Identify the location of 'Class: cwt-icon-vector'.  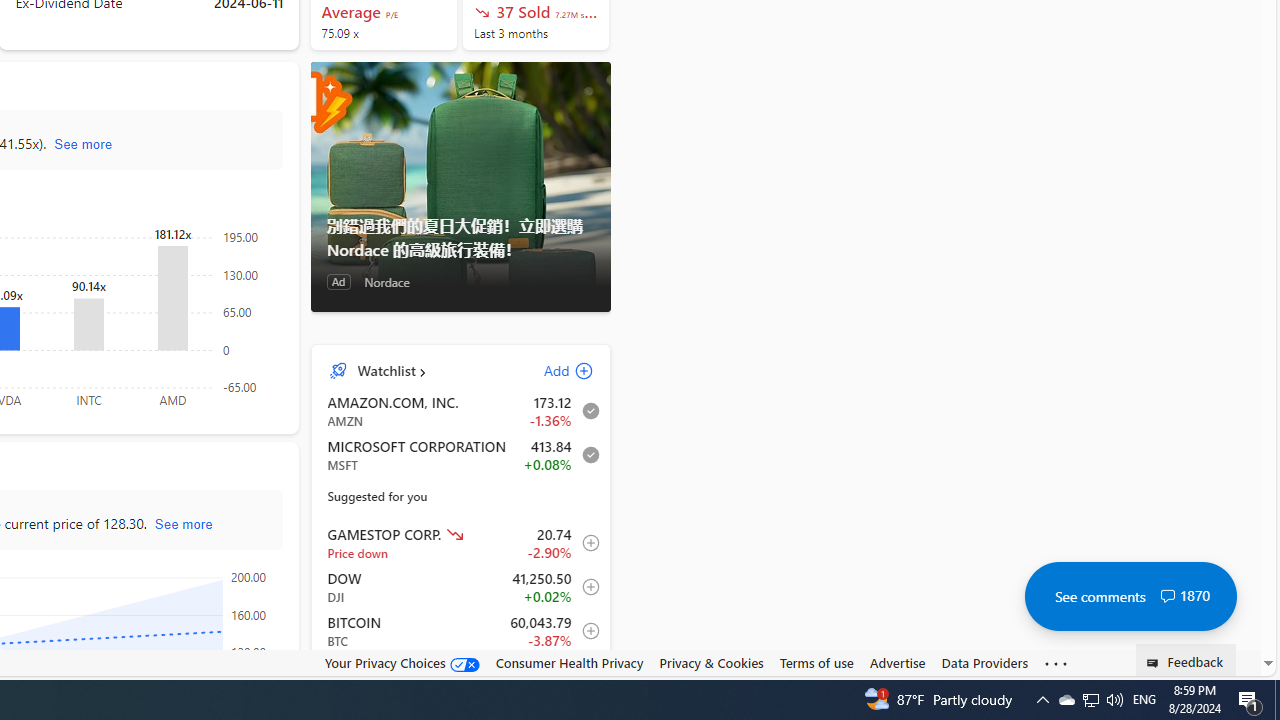
(1167, 595).